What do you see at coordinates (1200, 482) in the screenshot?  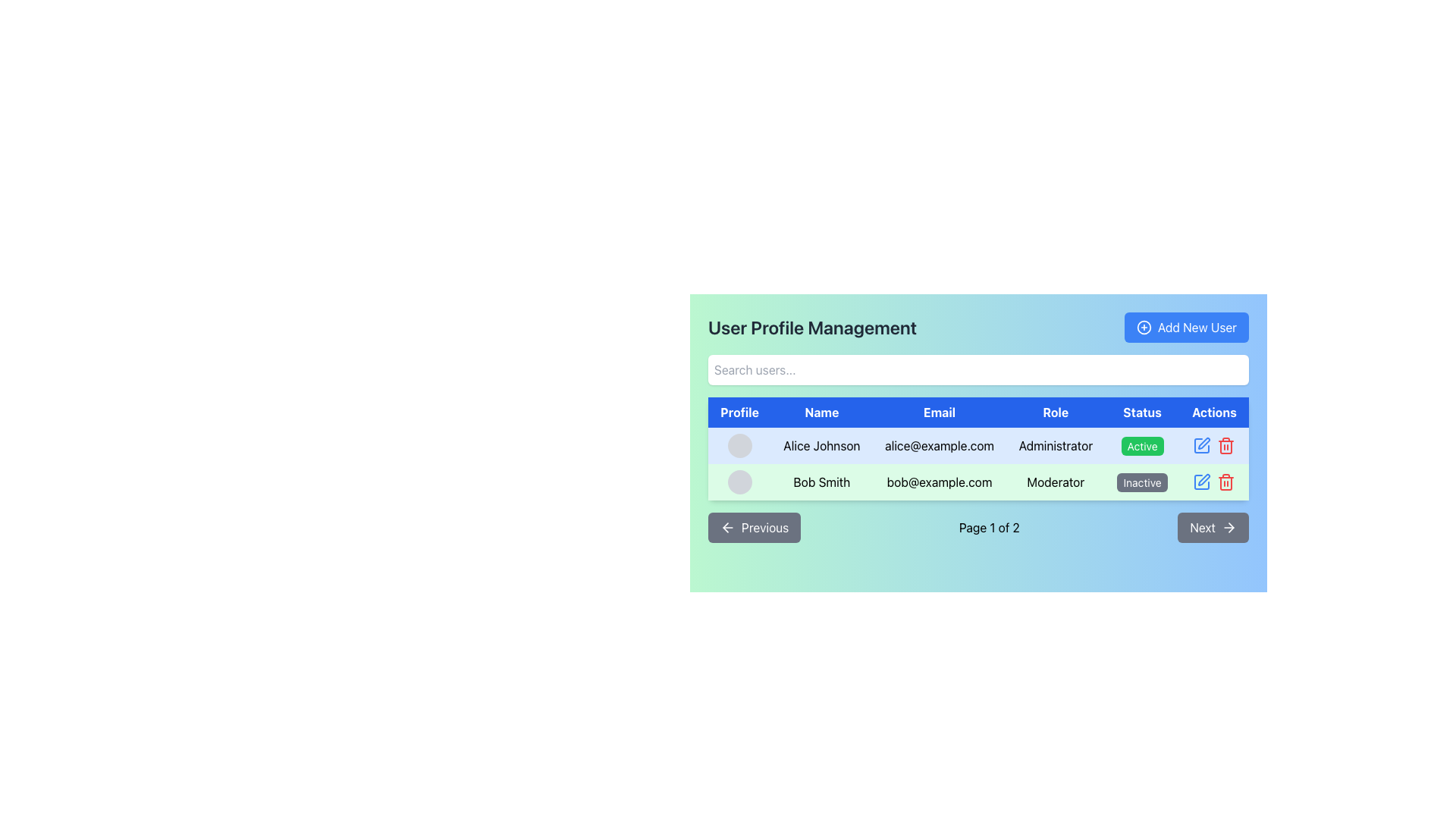 I see `the edit button located in the 'Actions' column of the second row of the user management table to initiate editing` at bounding box center [1200, 482].